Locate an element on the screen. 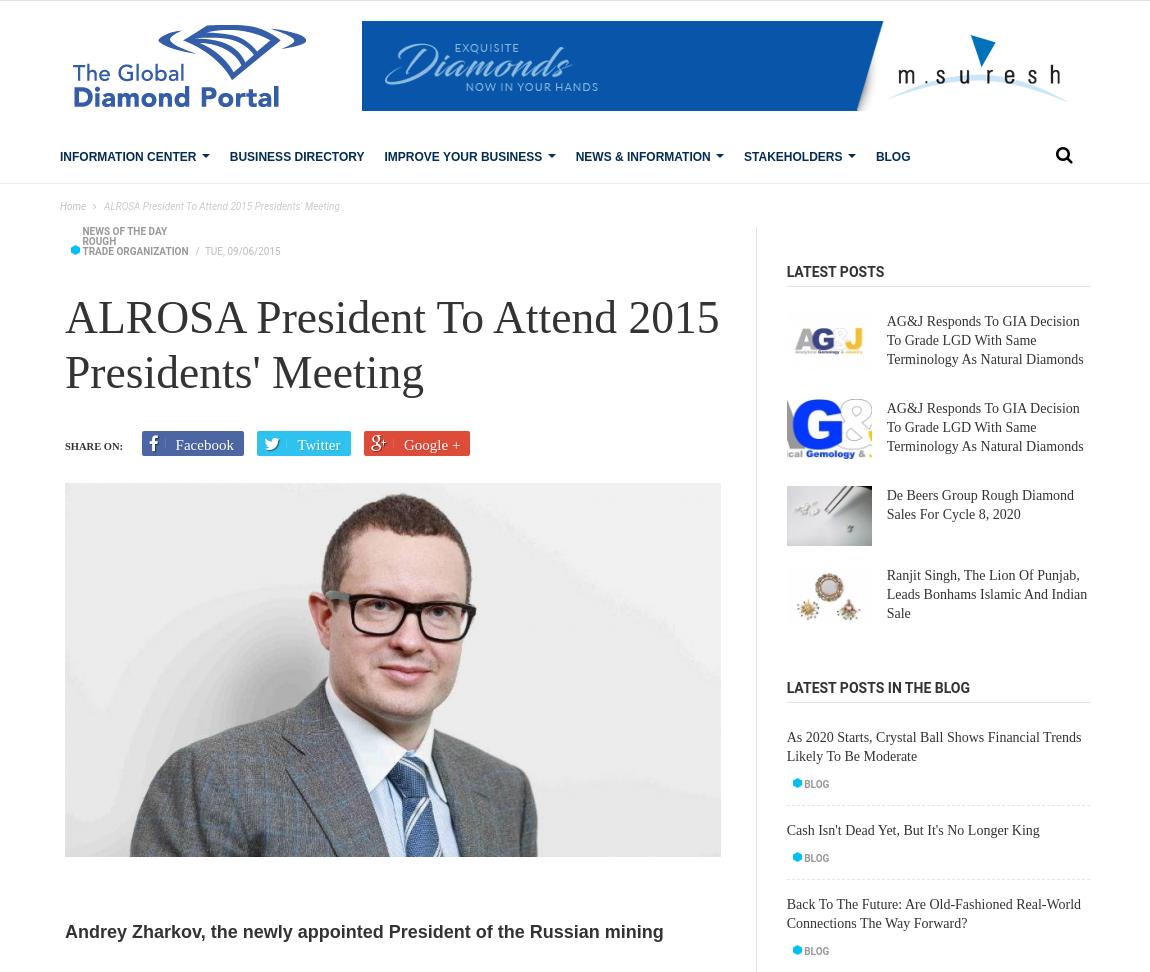  'Trade Organization' is located at coordinates (80, 251).